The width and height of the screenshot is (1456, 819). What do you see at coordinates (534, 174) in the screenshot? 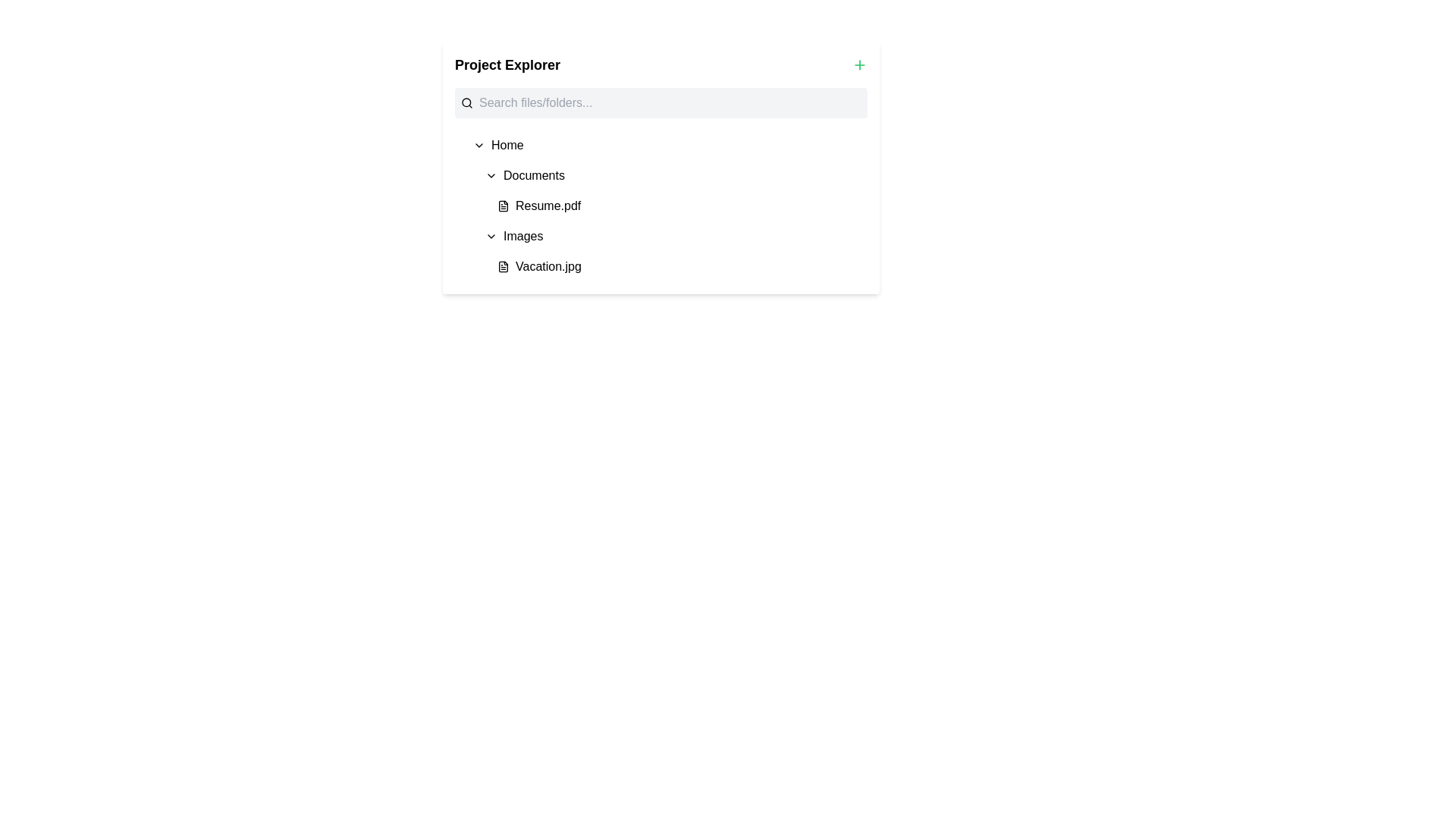
I see `the 'Documents' text label in the Project Explorer panel` at bounding box center [534, 174].